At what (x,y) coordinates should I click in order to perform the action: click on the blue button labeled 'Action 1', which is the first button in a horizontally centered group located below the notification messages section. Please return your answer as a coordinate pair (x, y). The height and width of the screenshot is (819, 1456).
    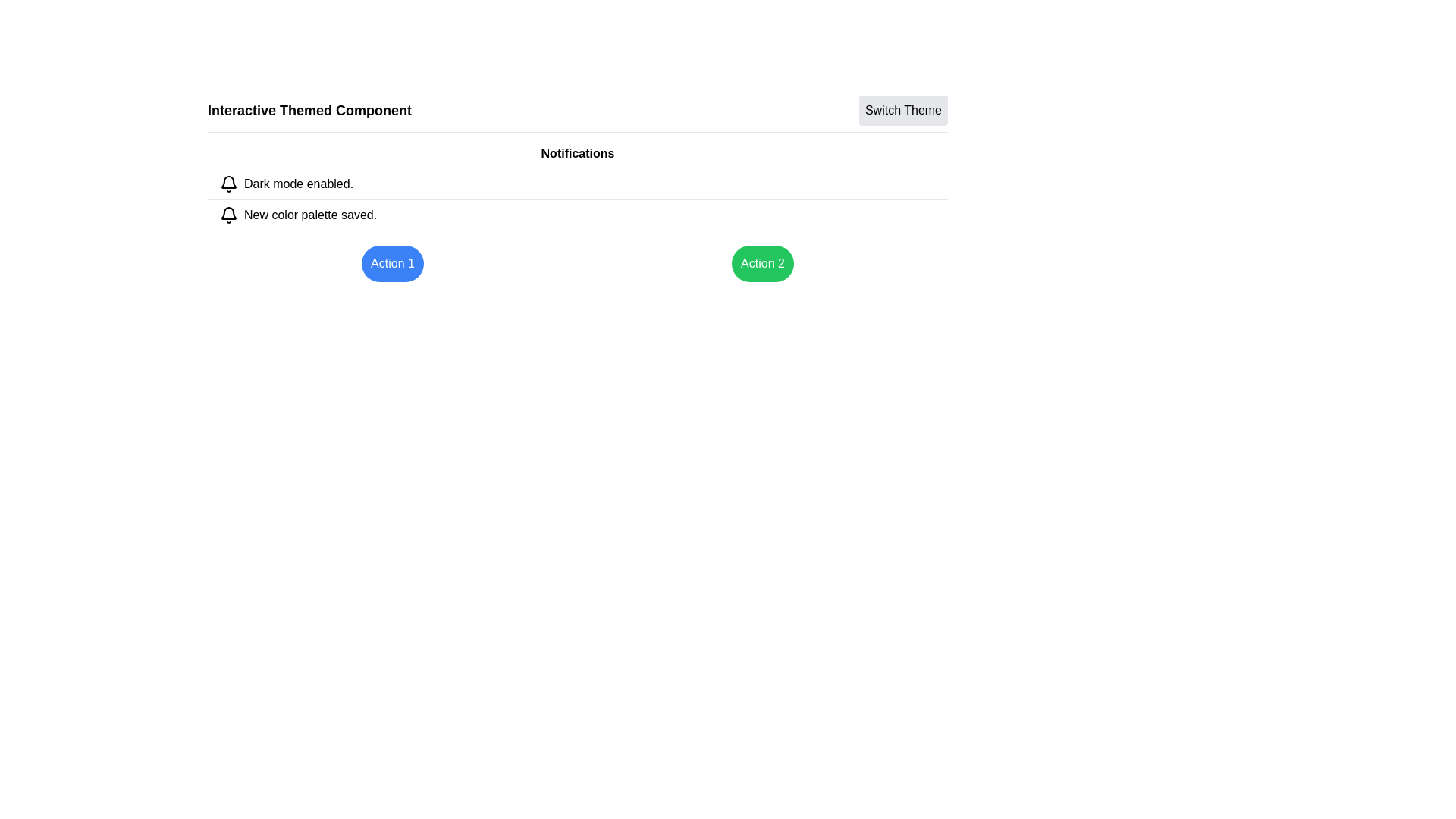
    Looking at the image, I should click on (393, 262).